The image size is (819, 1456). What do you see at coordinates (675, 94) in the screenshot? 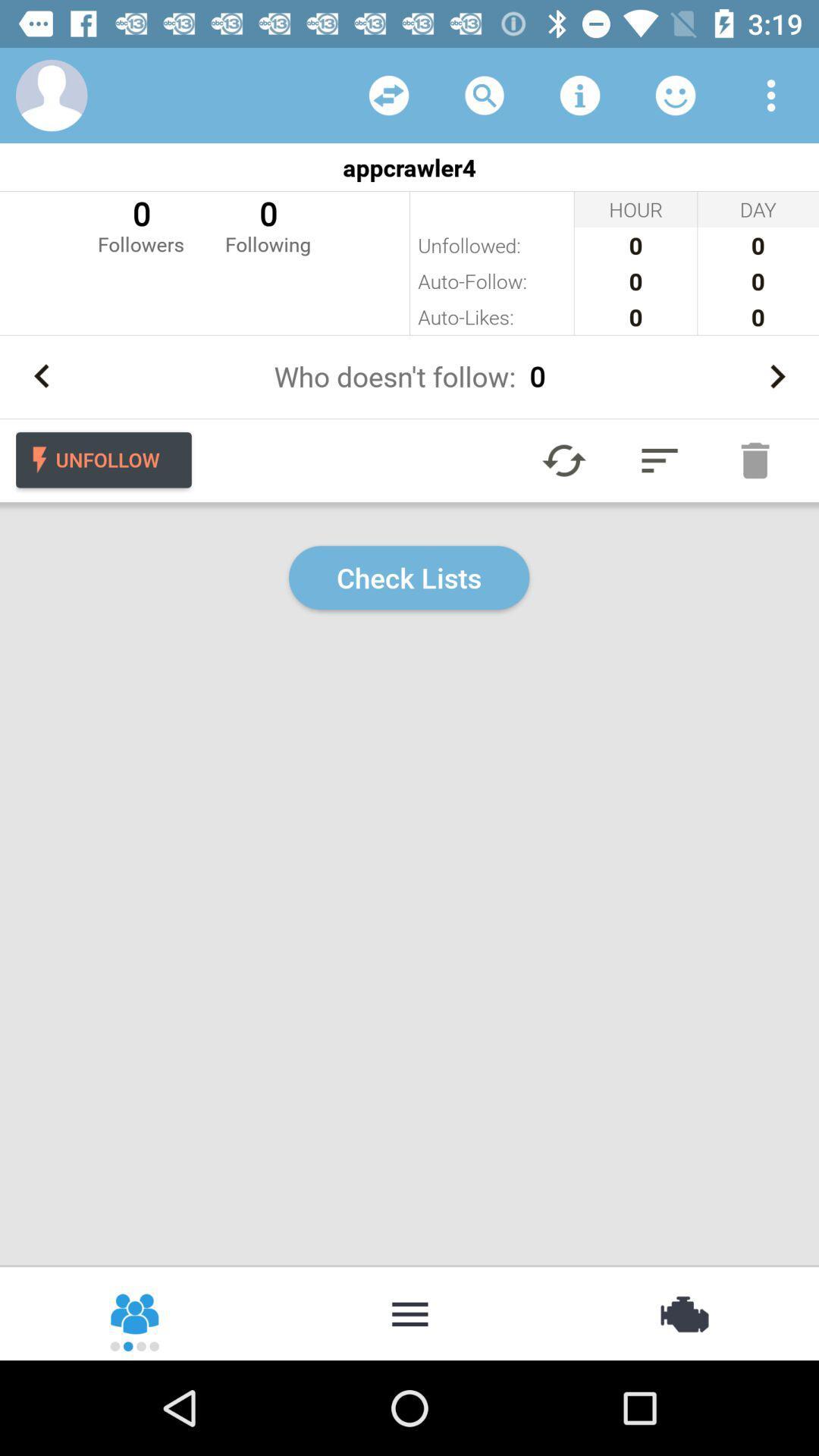
I see `rating` at bounding box center [675, 94].